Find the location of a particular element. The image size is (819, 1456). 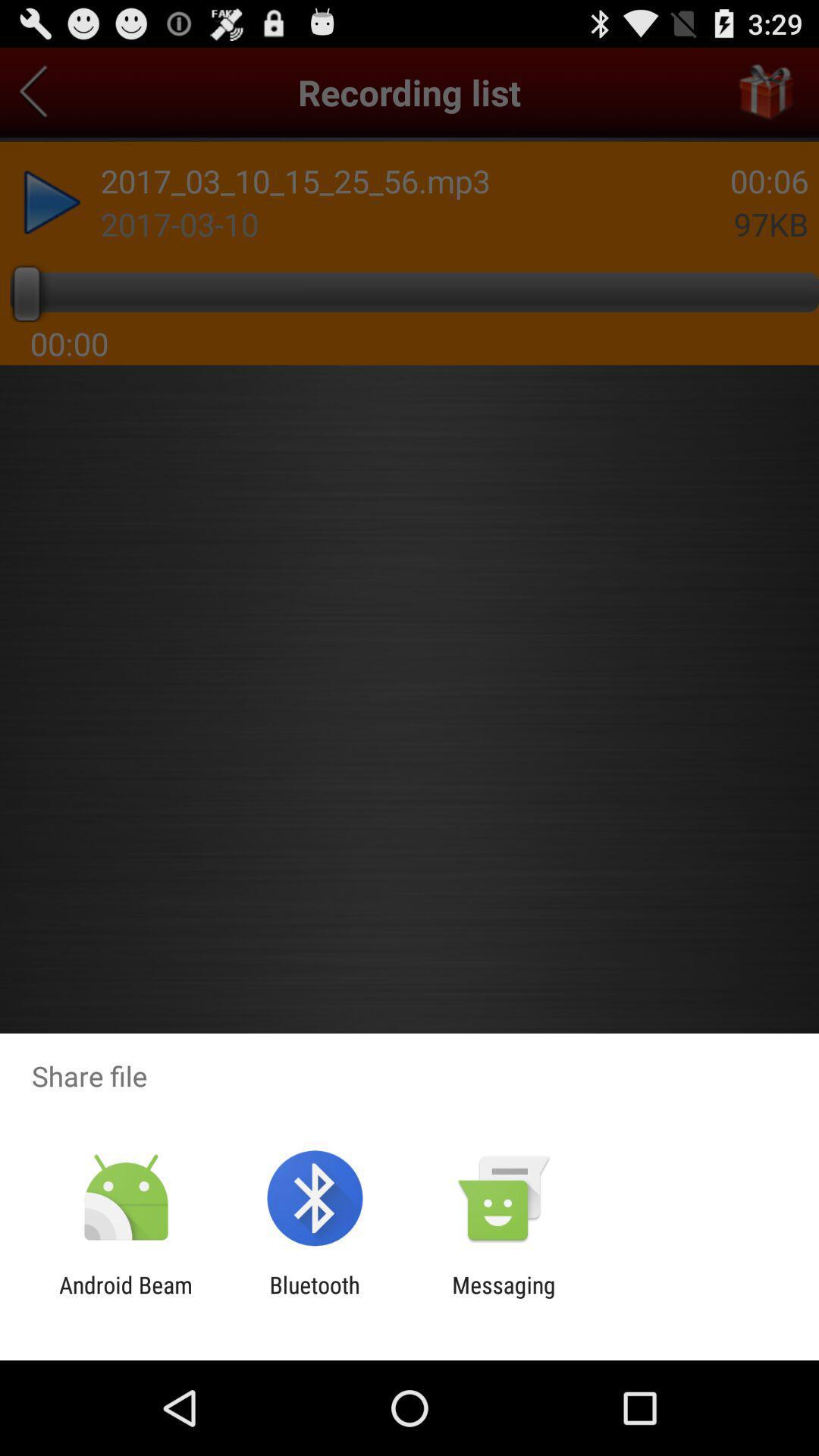

the messaging icon is located at coordinates (504, 1298).